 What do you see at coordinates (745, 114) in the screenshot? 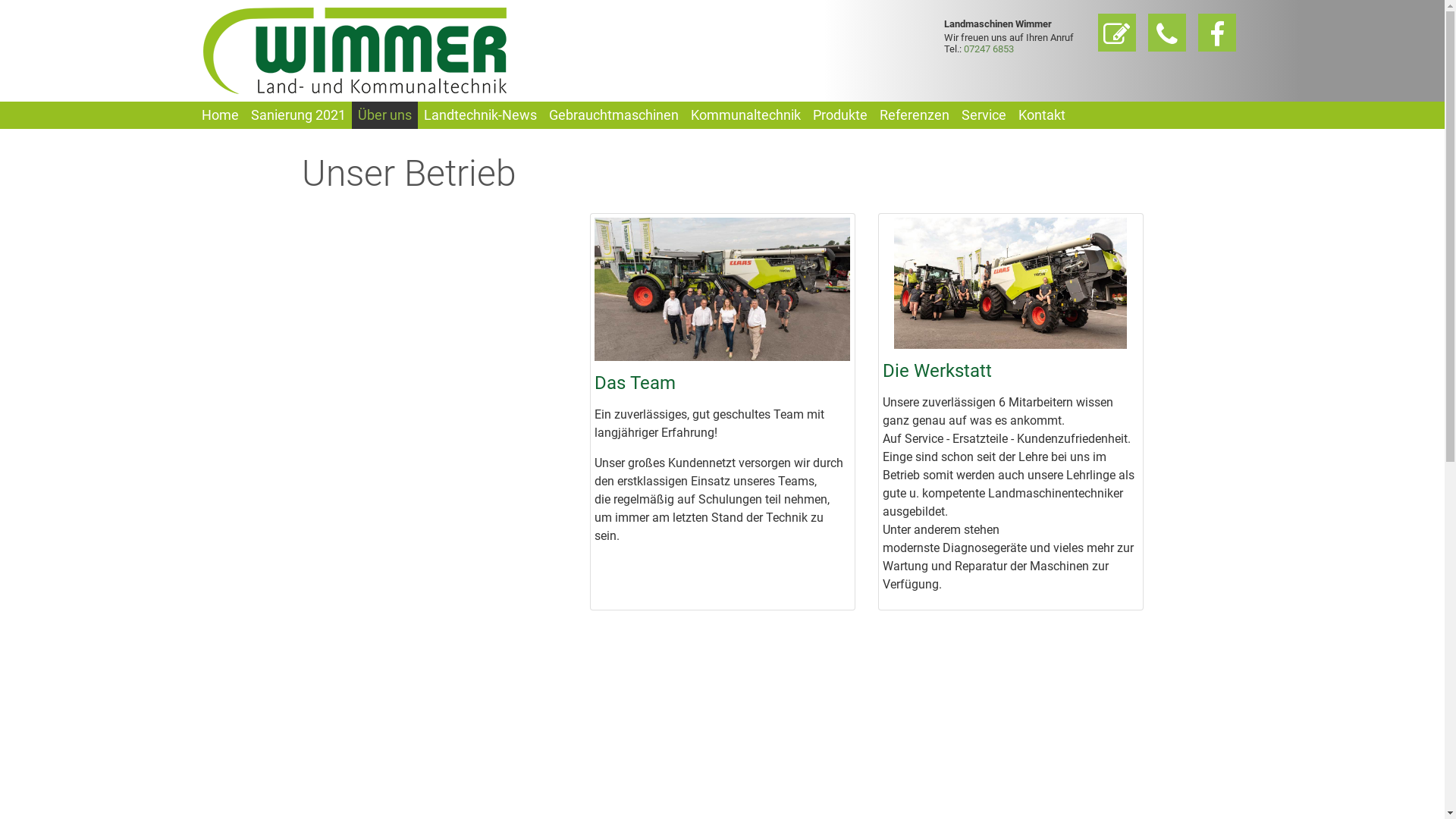
I see `'Kommunaltechnik'` at bounding box center [745, 114].